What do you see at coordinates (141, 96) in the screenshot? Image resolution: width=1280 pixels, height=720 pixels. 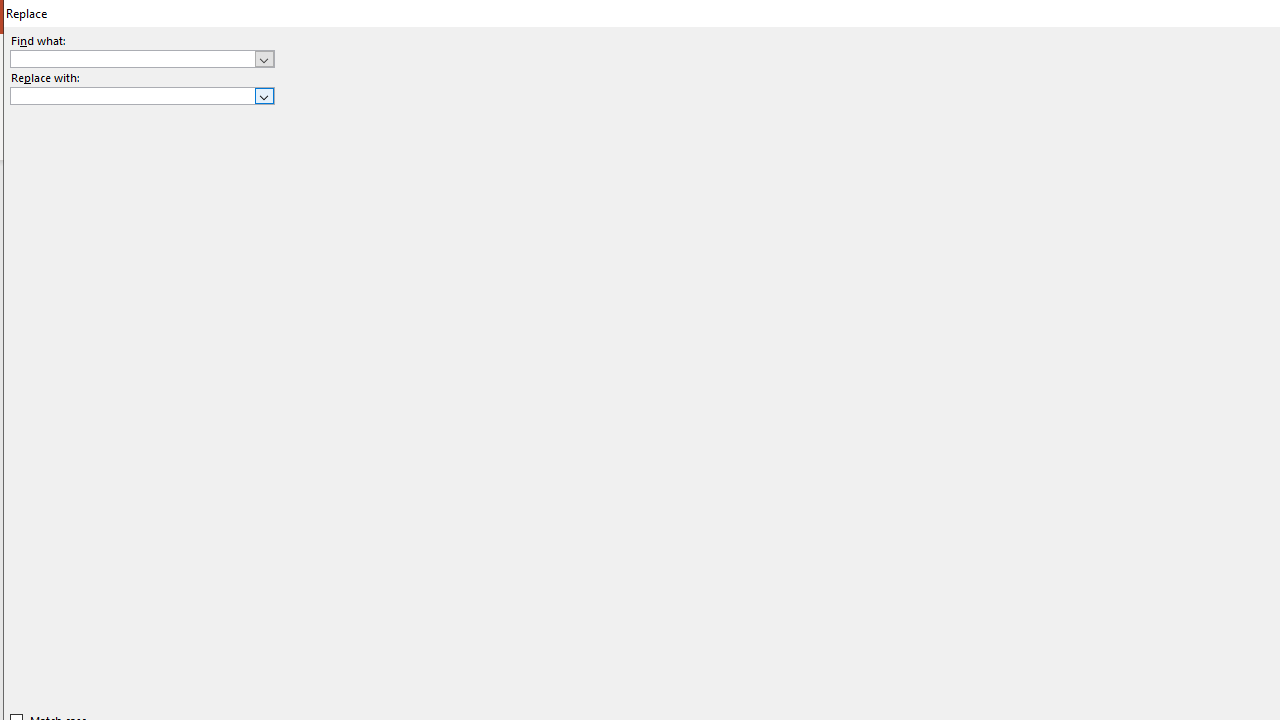 I see `'Replace with'` at bounding box center [141, 96].